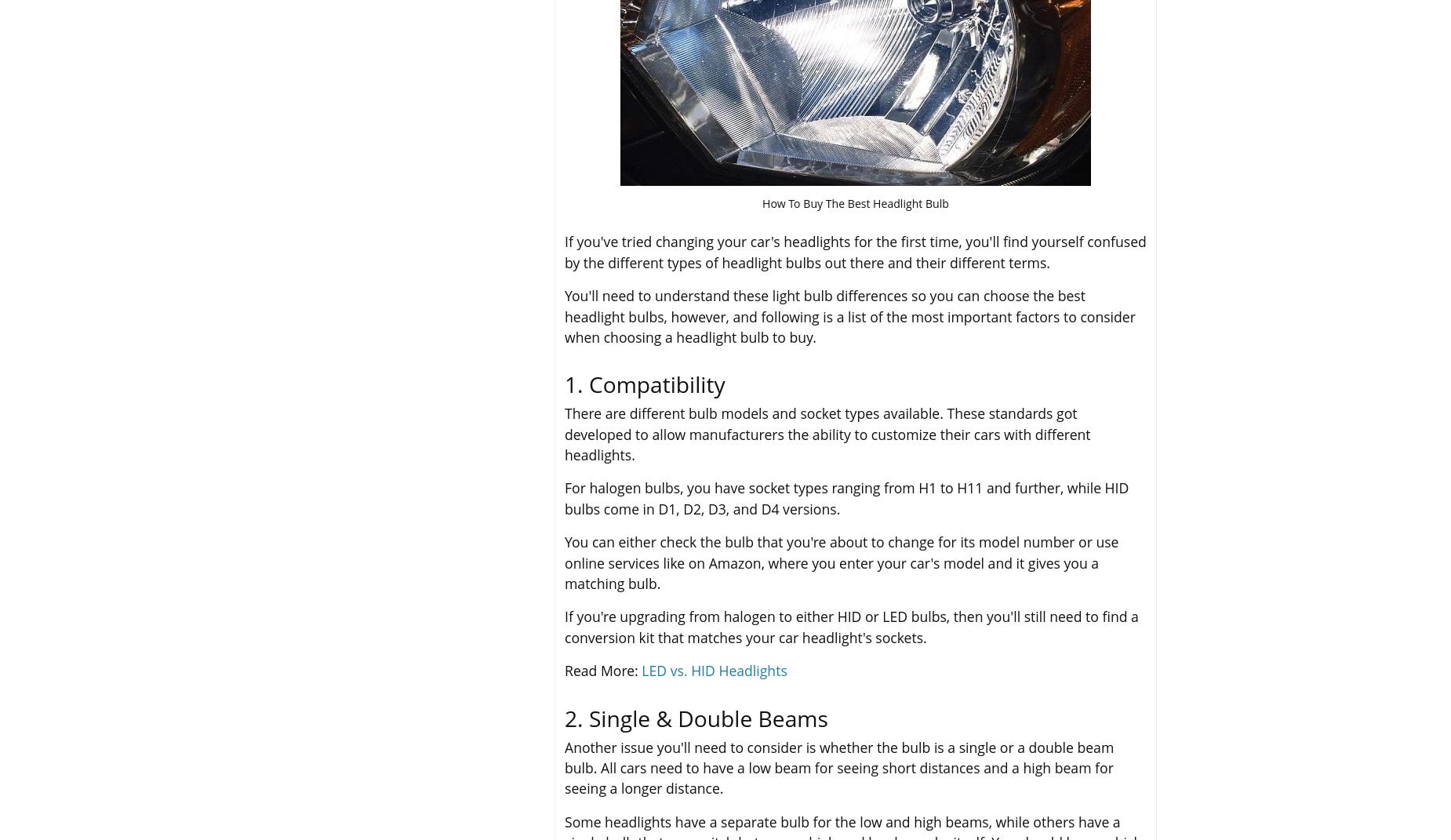  I want to click on 'If you're upgrading from halogen to either HID or LED bulbs, then you'll still need to find a conversion kit that matches your car headlight's sockets.', so click(850, 625).